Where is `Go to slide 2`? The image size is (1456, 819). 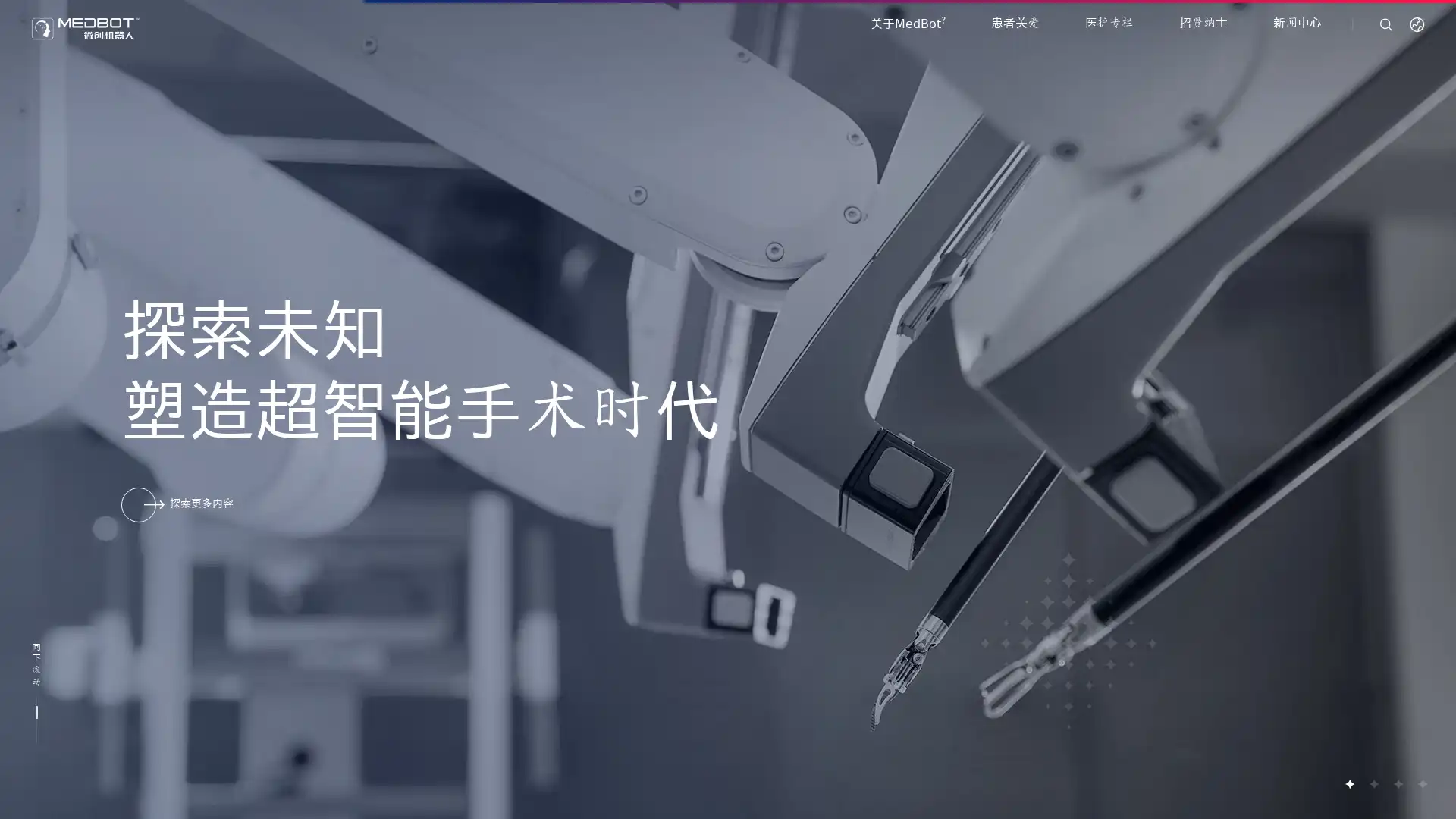
Go to slide 2 is located at coordinates (1373, 783).